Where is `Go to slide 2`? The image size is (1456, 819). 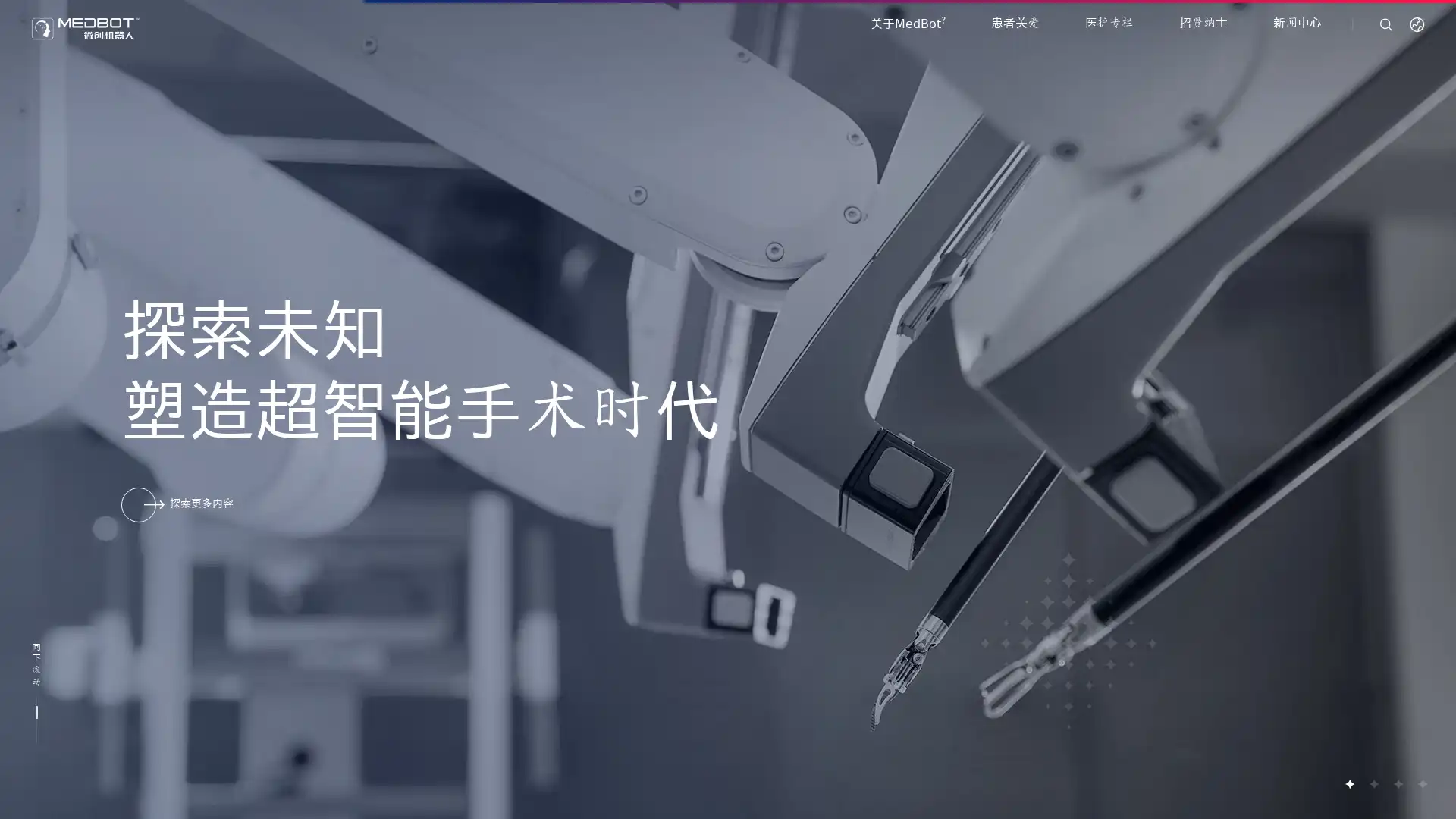
Go to slide 2 is located at coordinates (1373, 783).